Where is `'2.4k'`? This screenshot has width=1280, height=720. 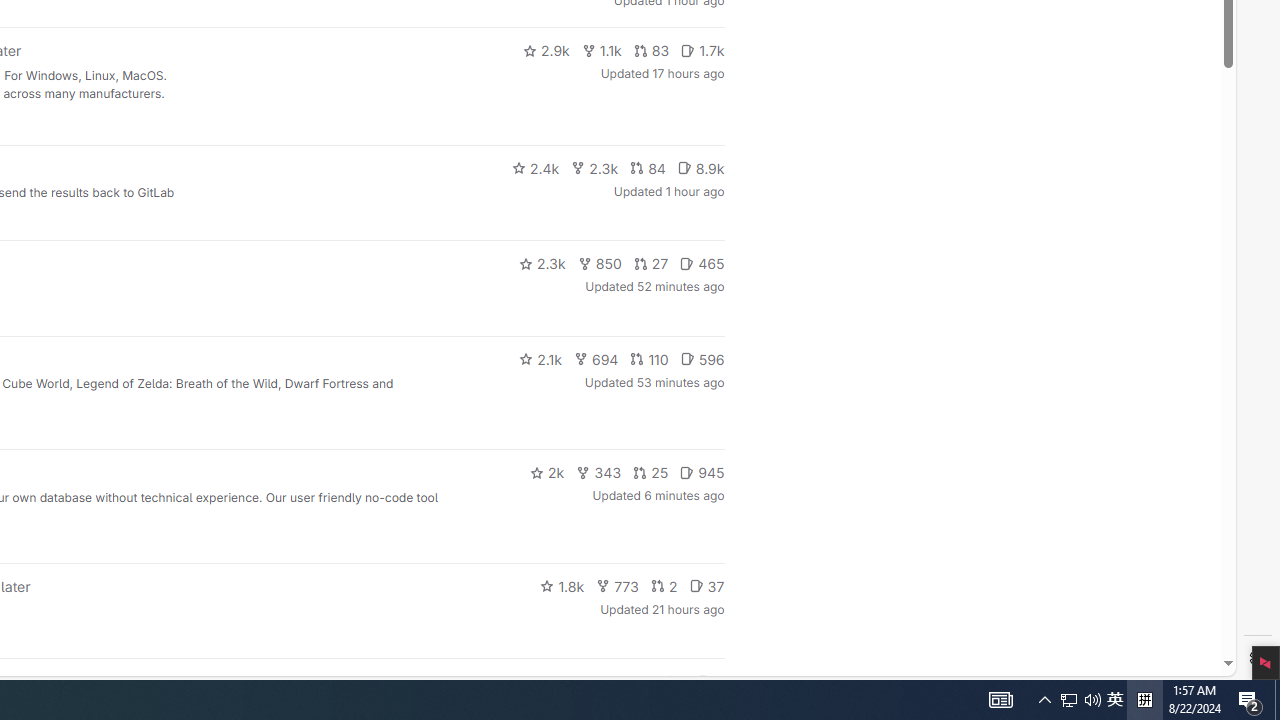 '2.4k' is located at coordinates (535, 167).